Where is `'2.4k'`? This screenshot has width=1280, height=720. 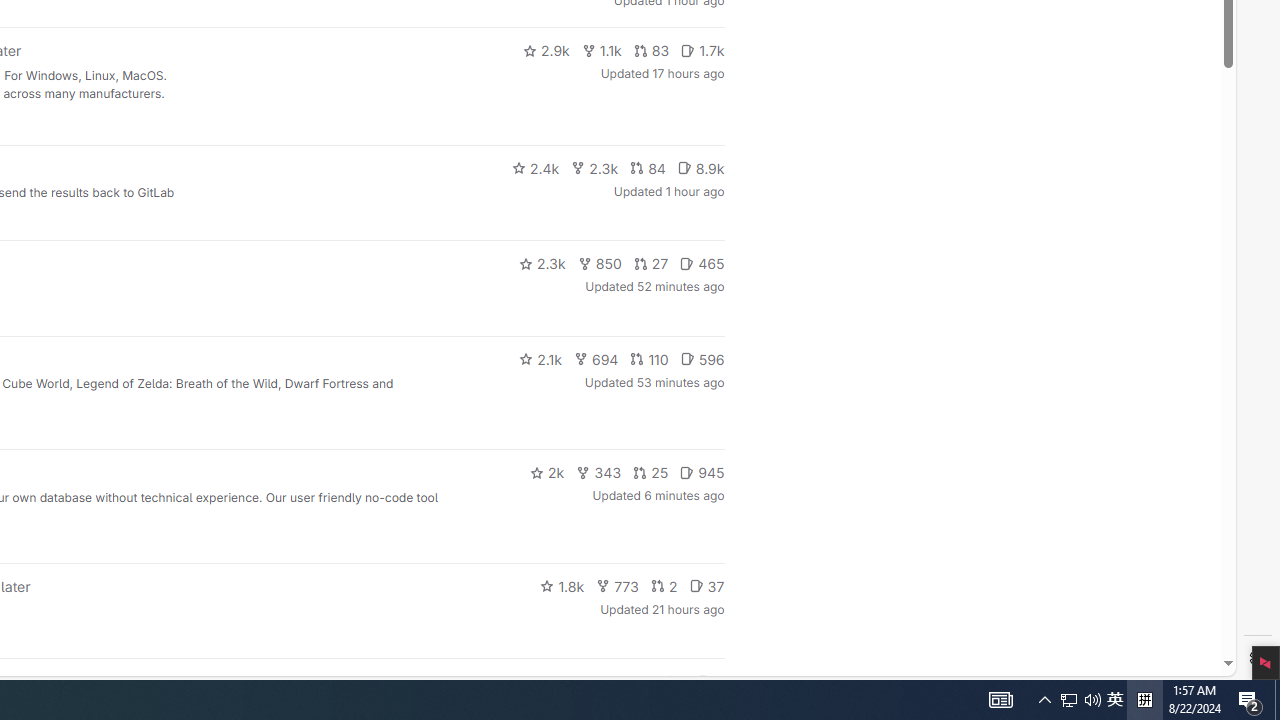 '2.4k' is located at coordinates (535, 167).